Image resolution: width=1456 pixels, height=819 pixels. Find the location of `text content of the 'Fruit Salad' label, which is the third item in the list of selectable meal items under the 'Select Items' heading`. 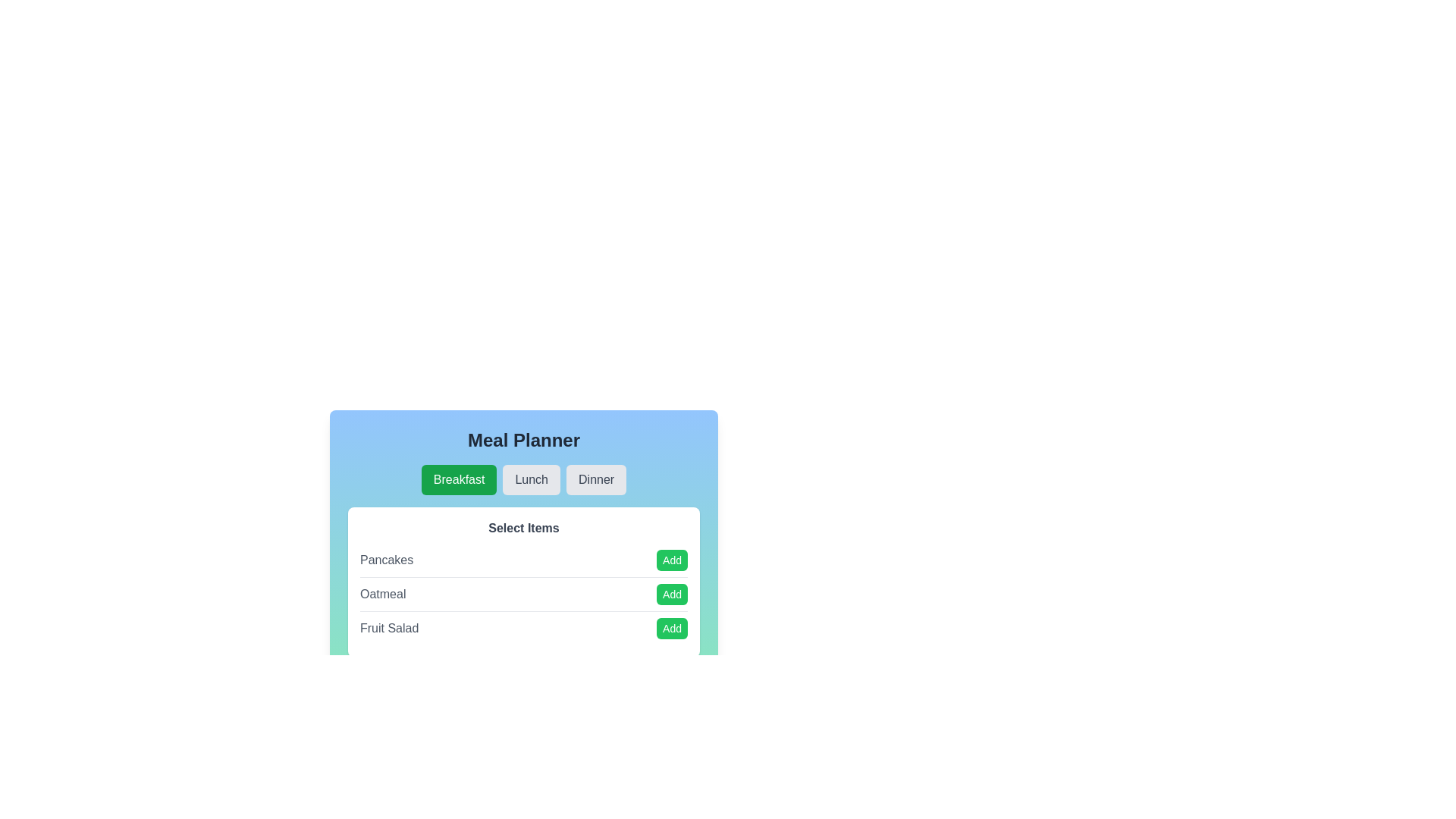

text content of the 'Fruit Salad' label, which is the third item in the list of selectable meal items under the 'Select Items' heading is located at coordinates (389, 629).